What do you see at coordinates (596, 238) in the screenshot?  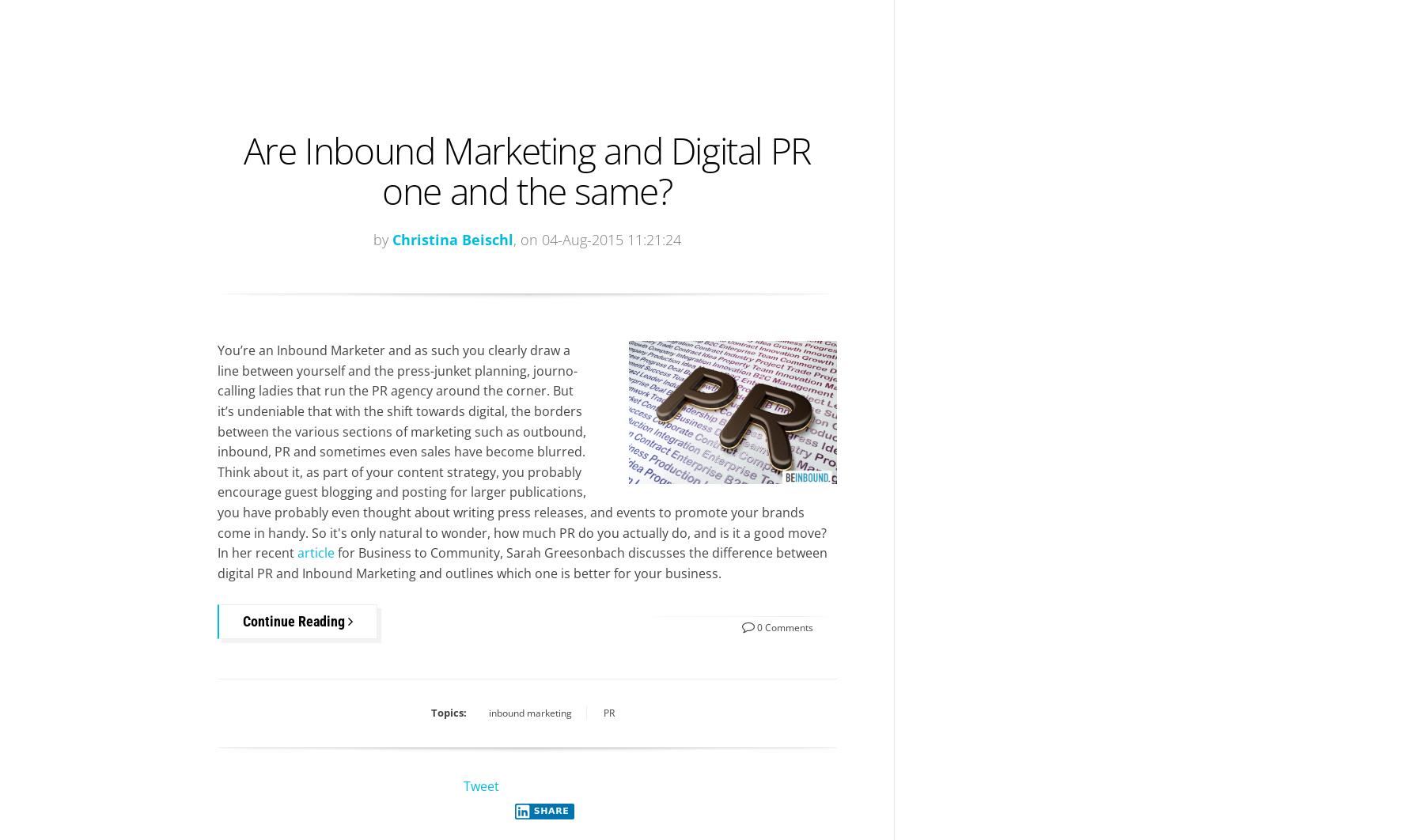 I see `', on 04-Aug-2015 11:21:24'` at bounding box center [596, 238].